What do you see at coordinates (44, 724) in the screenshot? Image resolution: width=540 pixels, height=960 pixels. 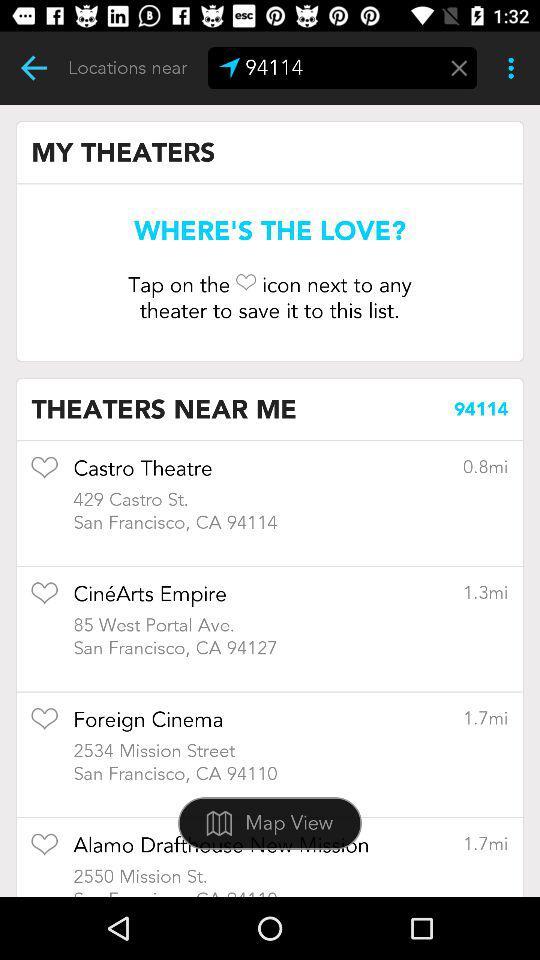 I see `item to favorites` at bounding box center [44, 724].